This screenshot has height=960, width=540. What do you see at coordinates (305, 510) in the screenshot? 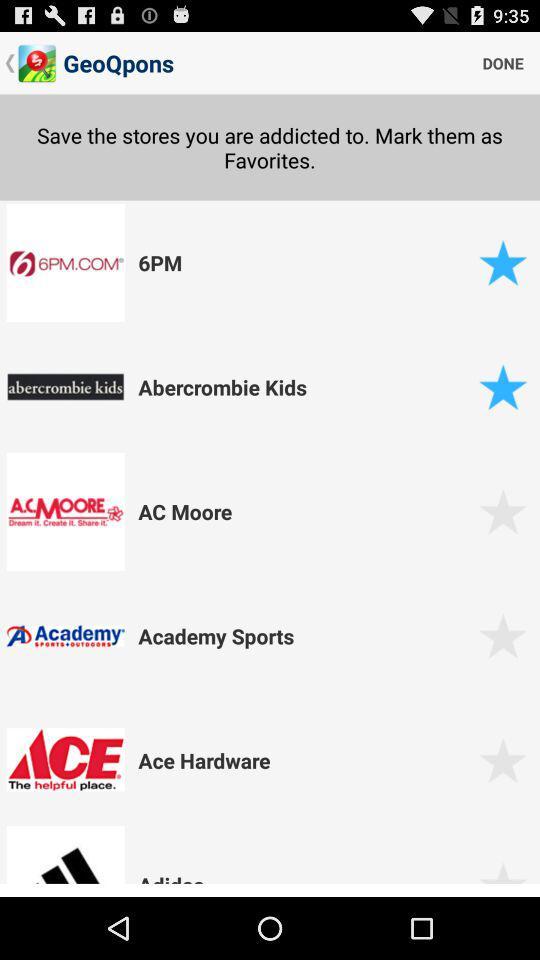
I see `the ac moore app` at bounding box center [305, 510].